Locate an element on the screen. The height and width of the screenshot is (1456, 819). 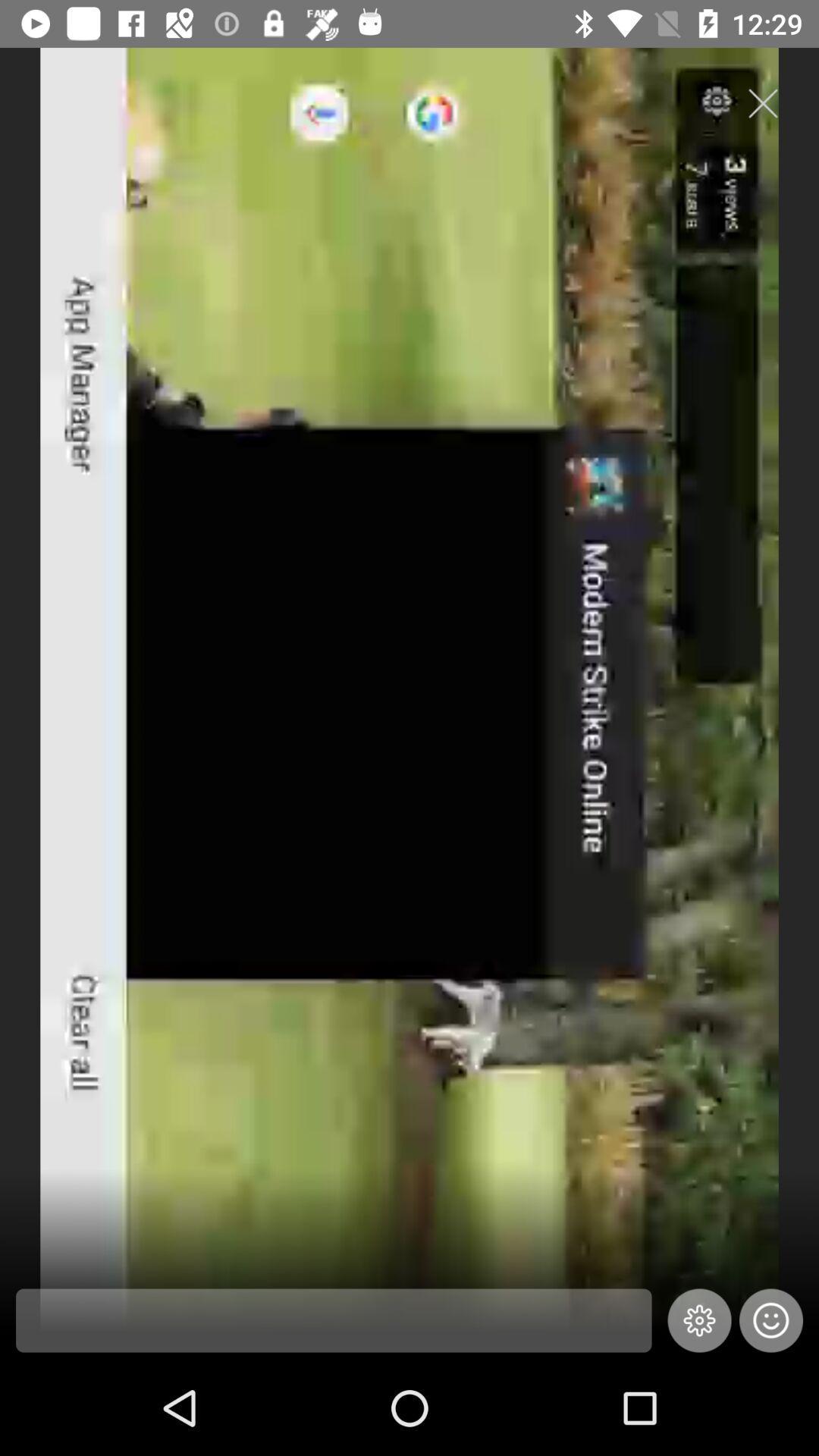
the settings icon is located at coordinates (699, 1319).